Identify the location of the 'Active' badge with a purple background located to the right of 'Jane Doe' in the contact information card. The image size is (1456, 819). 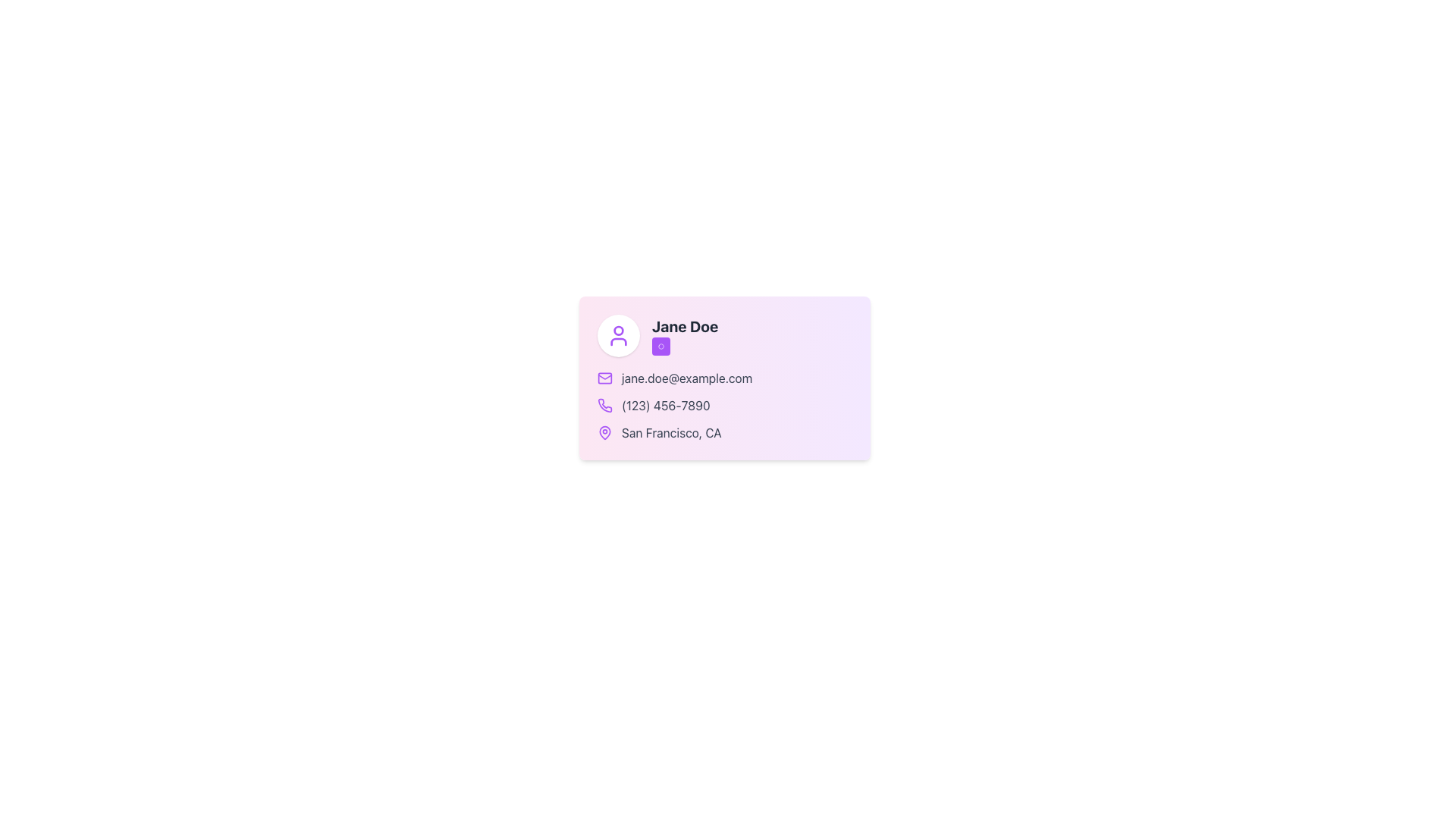
(661, 346).